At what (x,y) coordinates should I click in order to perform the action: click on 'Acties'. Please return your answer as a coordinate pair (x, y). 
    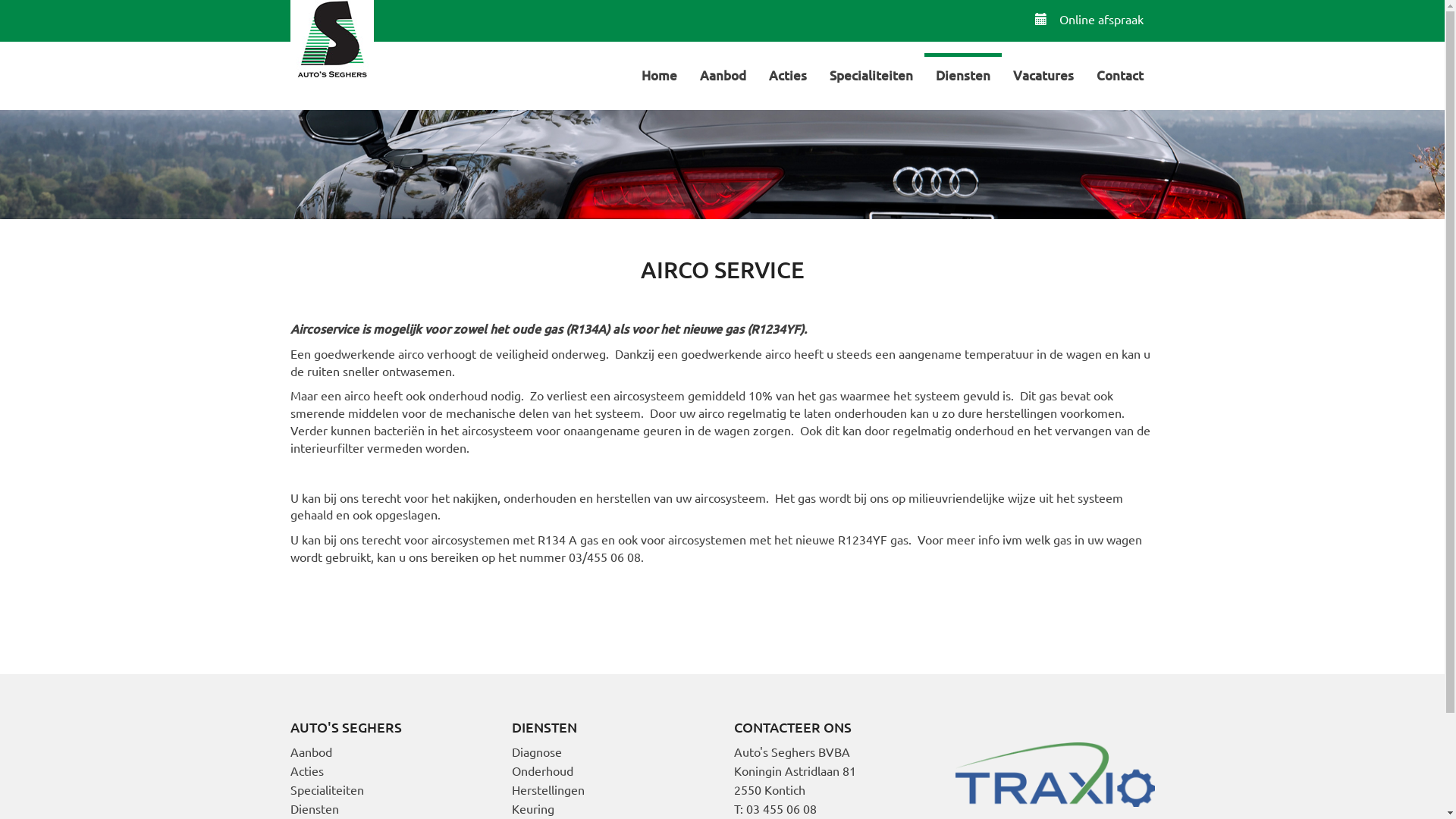
    Looking at the image, I should click on (786, 74).